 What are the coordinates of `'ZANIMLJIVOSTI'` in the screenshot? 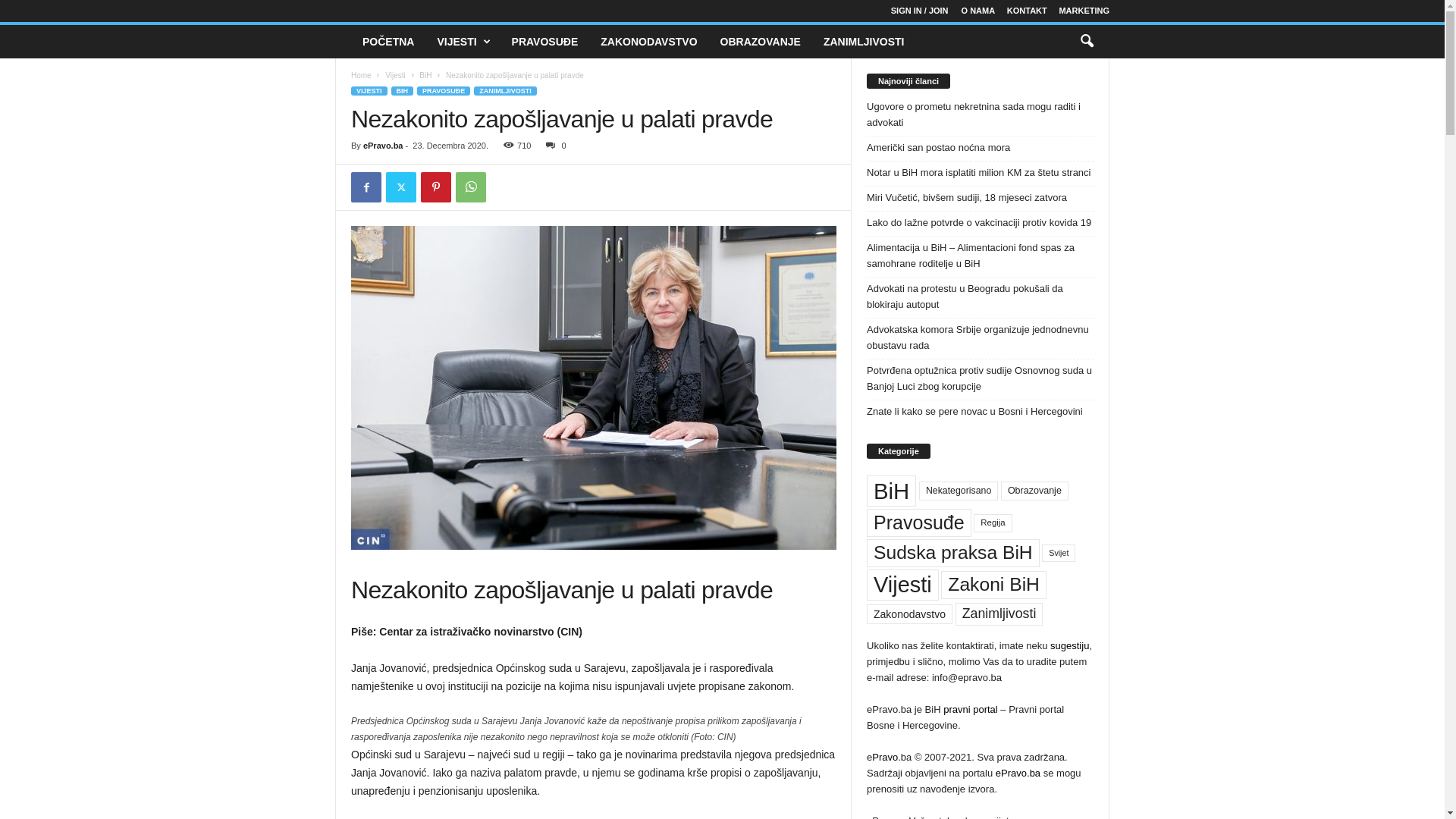 It's located at (864, 40).